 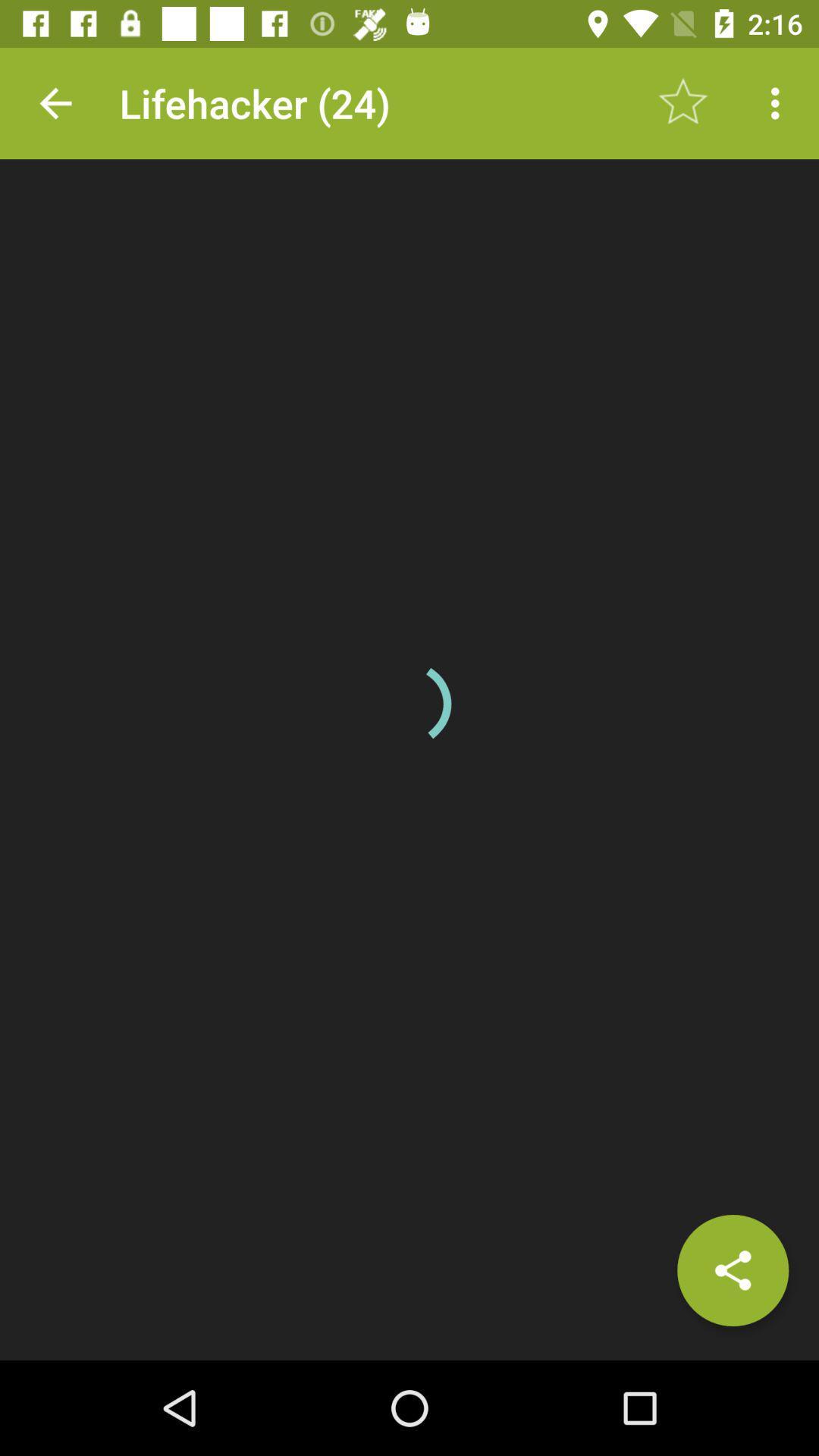 I want to click on the share icon, so click(x=732, y=1270).